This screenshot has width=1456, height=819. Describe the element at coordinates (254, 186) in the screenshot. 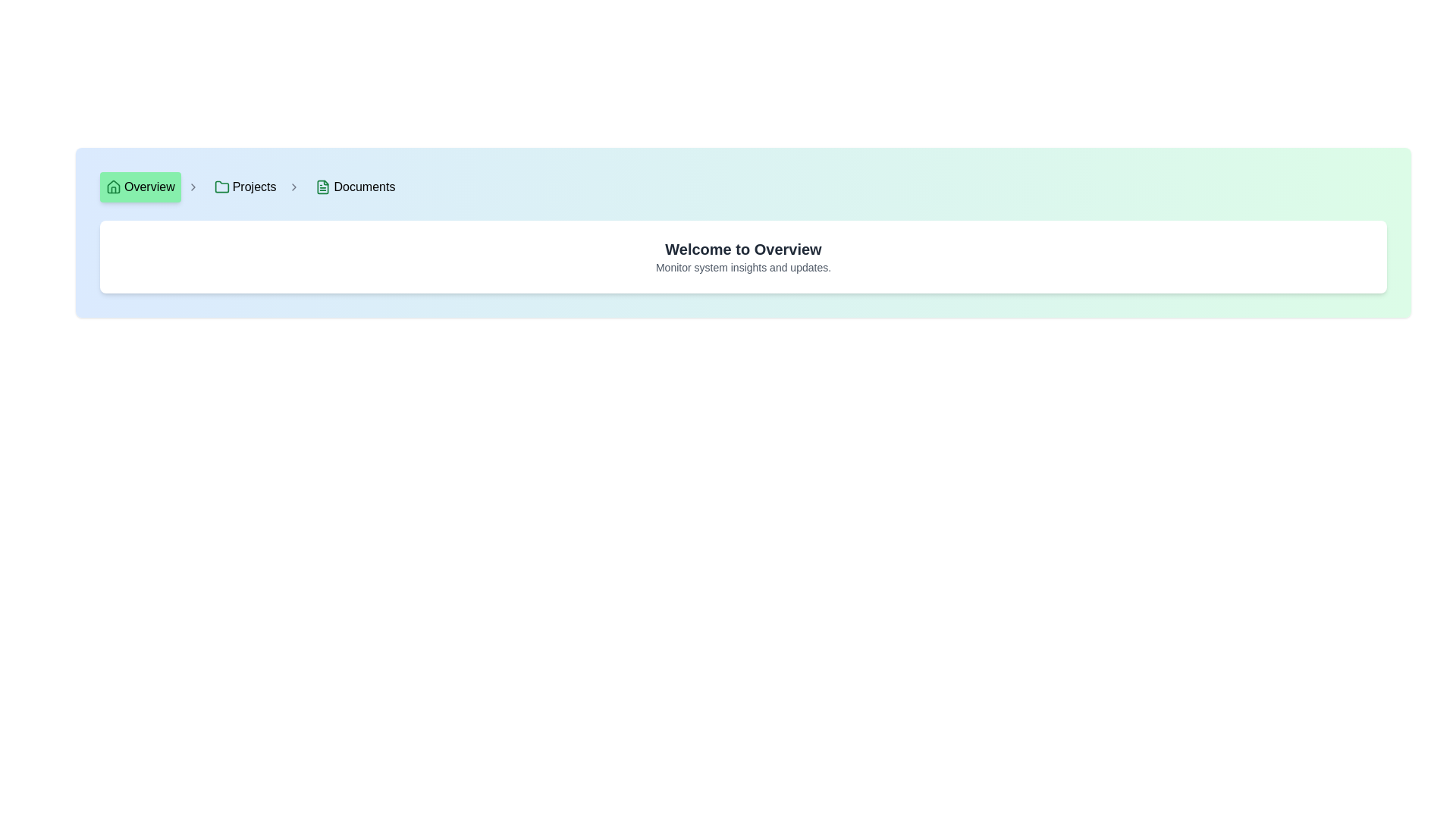

I see `the 'Projects' breadcrumb link, which features a green folder icon and black text, located as the second item in the breadcrumb navigation bar` at that location.